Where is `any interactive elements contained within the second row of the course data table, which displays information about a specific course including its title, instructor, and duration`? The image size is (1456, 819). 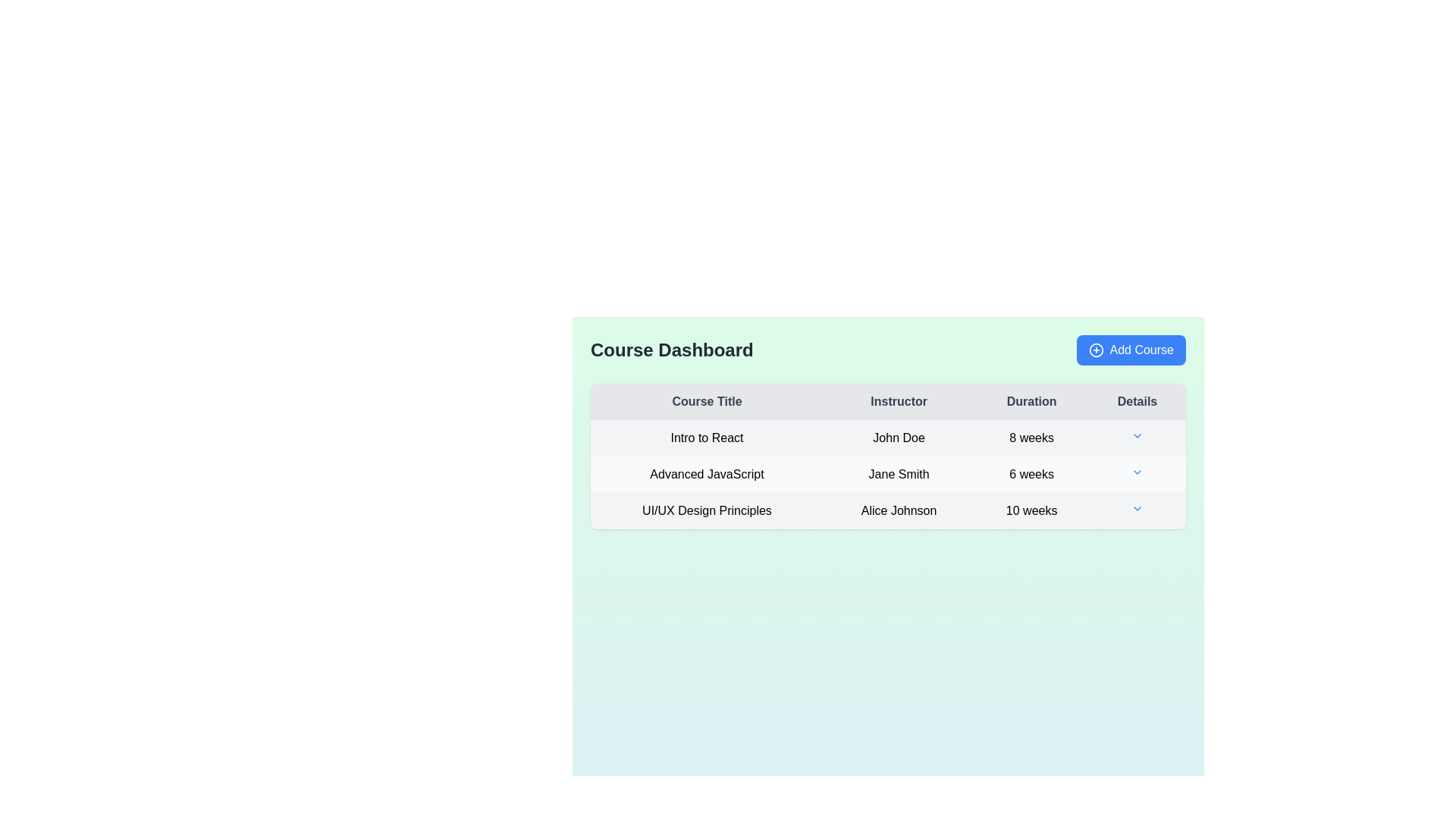
any interactive elements contained within the second row of the course data table, which displays information about a specific course including its title, instructor, and duration is located at coordinates (888, 473).